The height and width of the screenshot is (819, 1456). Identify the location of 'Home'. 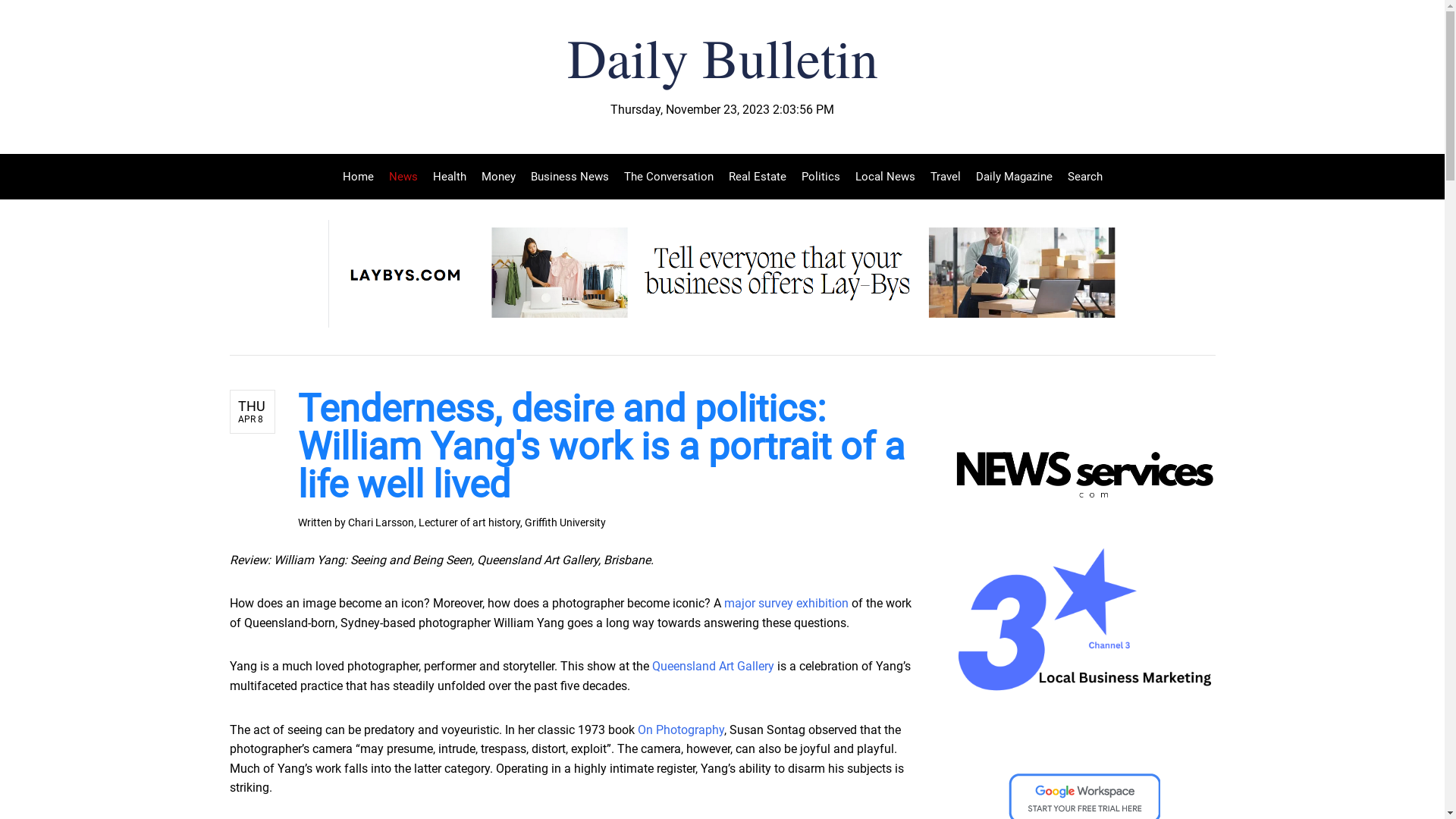
(361, 175).